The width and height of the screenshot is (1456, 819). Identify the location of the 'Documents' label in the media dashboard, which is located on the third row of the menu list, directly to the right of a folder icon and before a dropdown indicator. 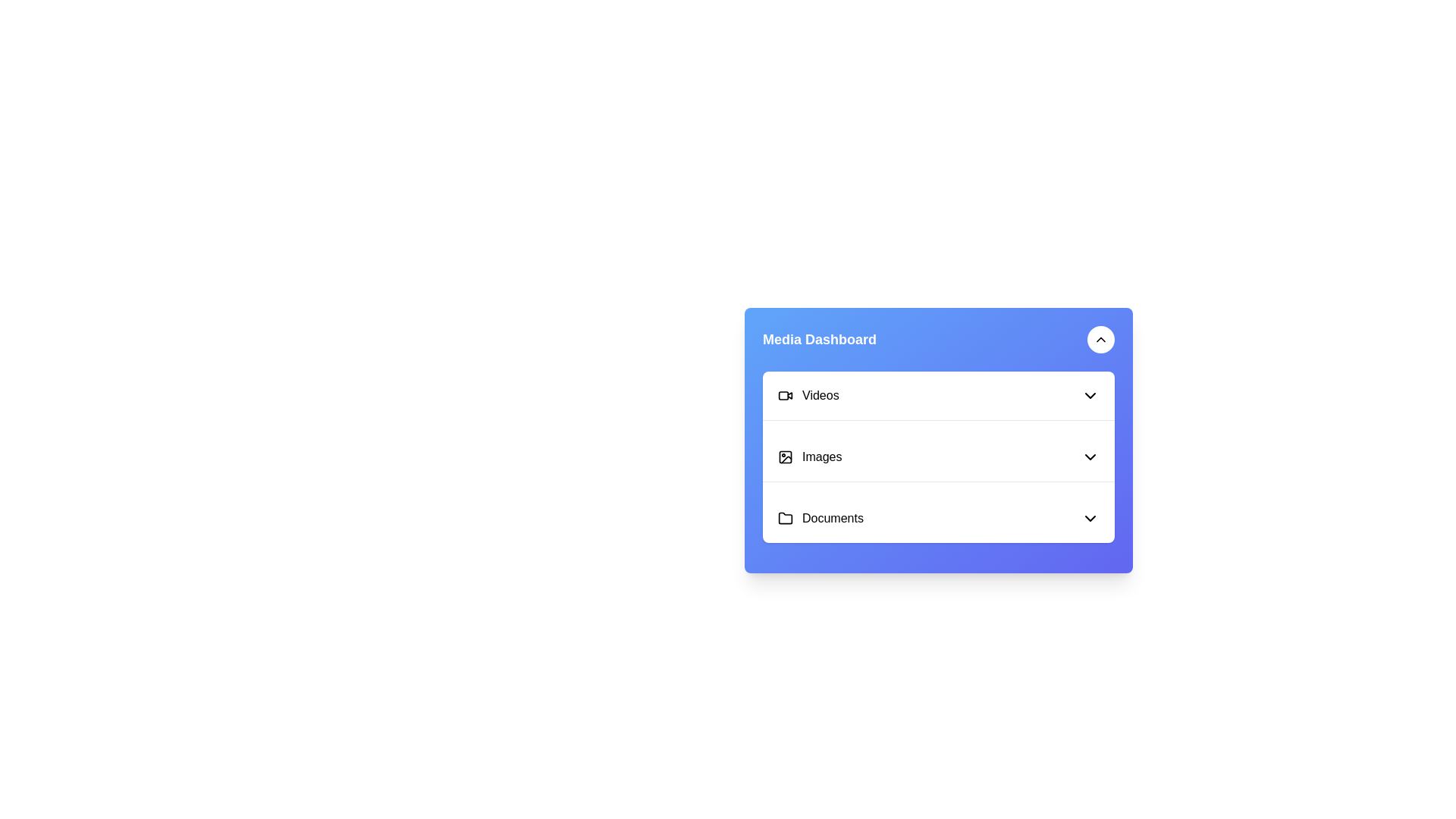
(832, 517).